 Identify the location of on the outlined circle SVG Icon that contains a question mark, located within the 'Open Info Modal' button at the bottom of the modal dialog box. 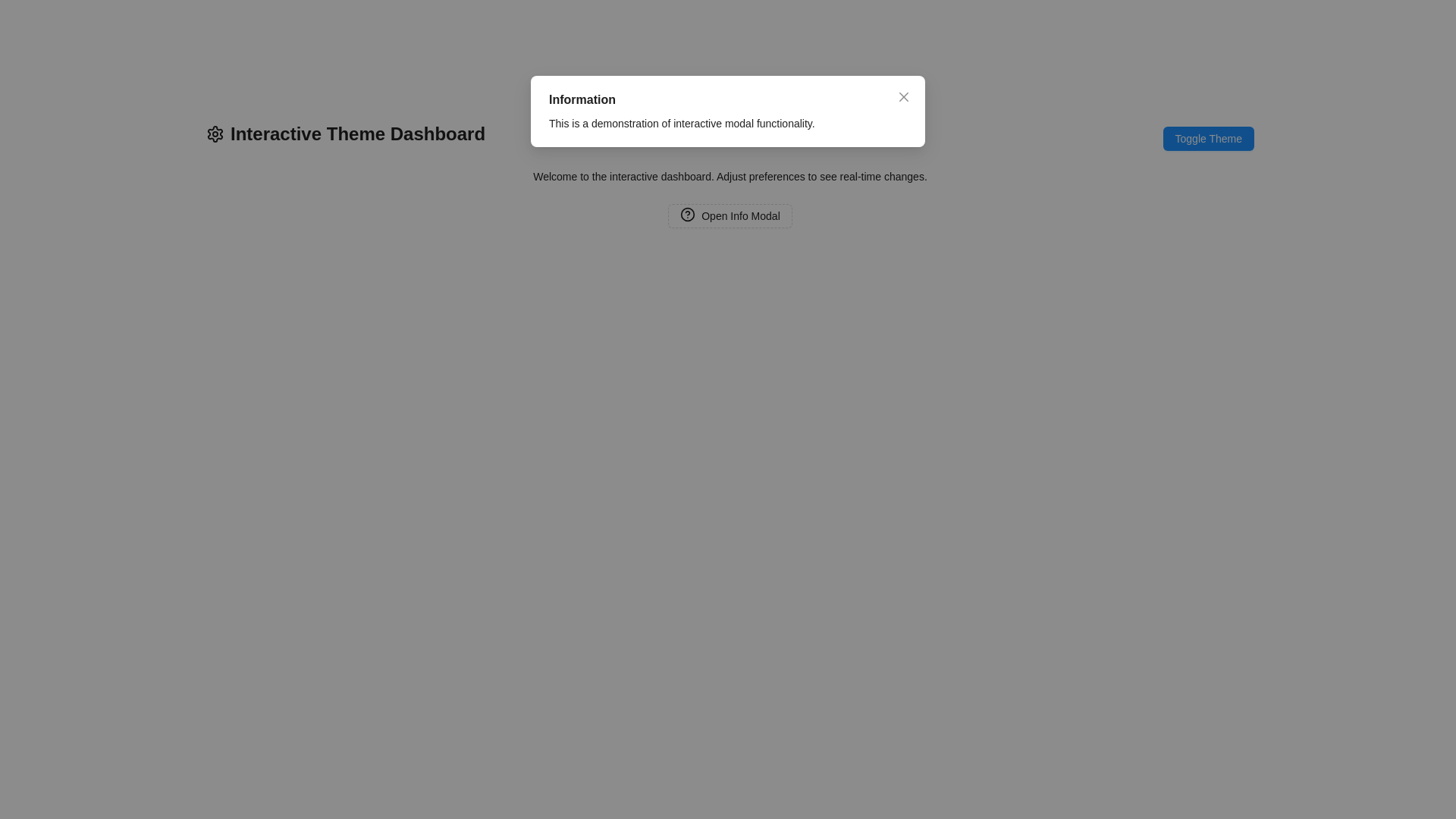
(687, 214).